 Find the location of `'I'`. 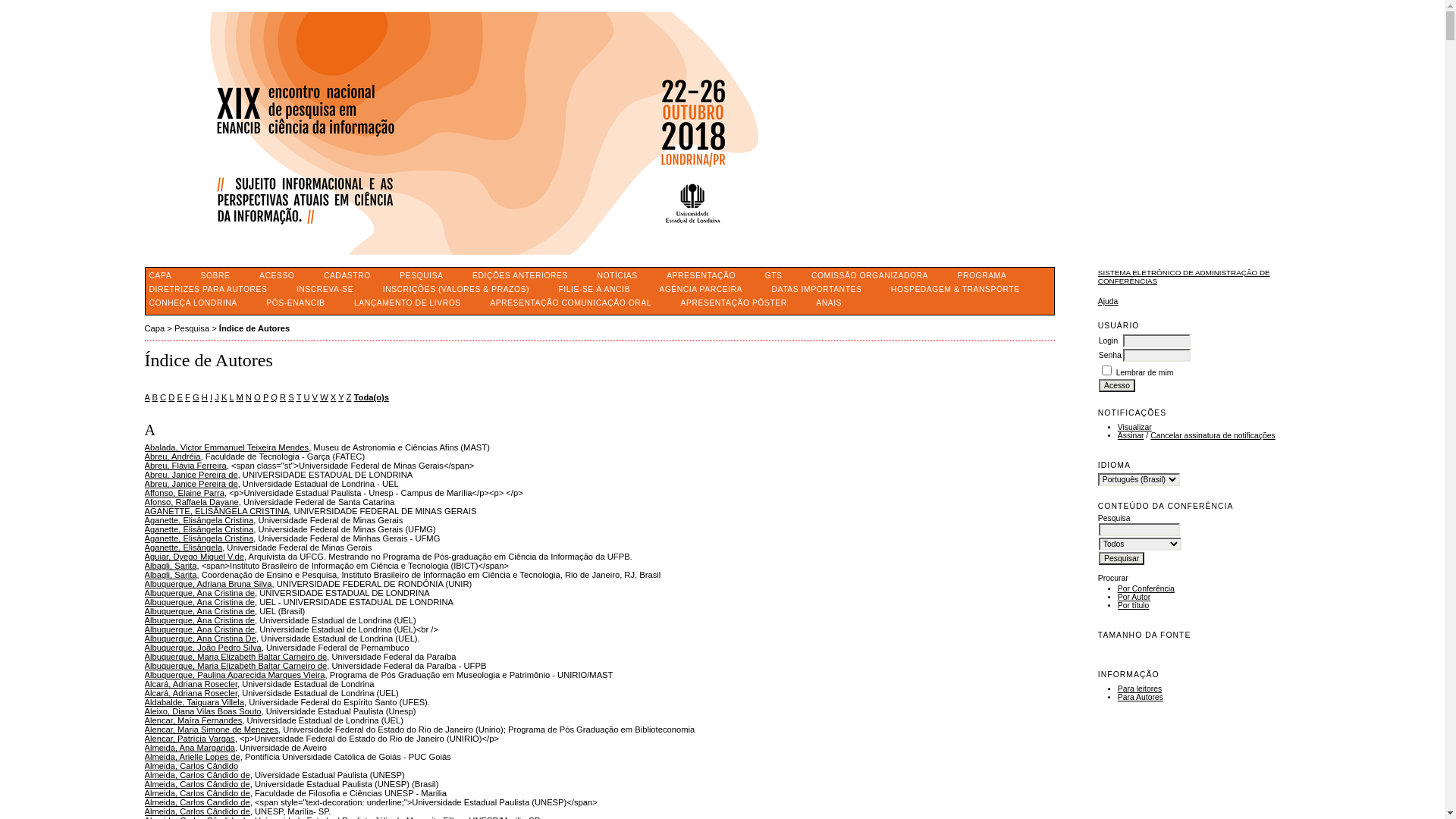

'I' is located at coordinates (210, 397).